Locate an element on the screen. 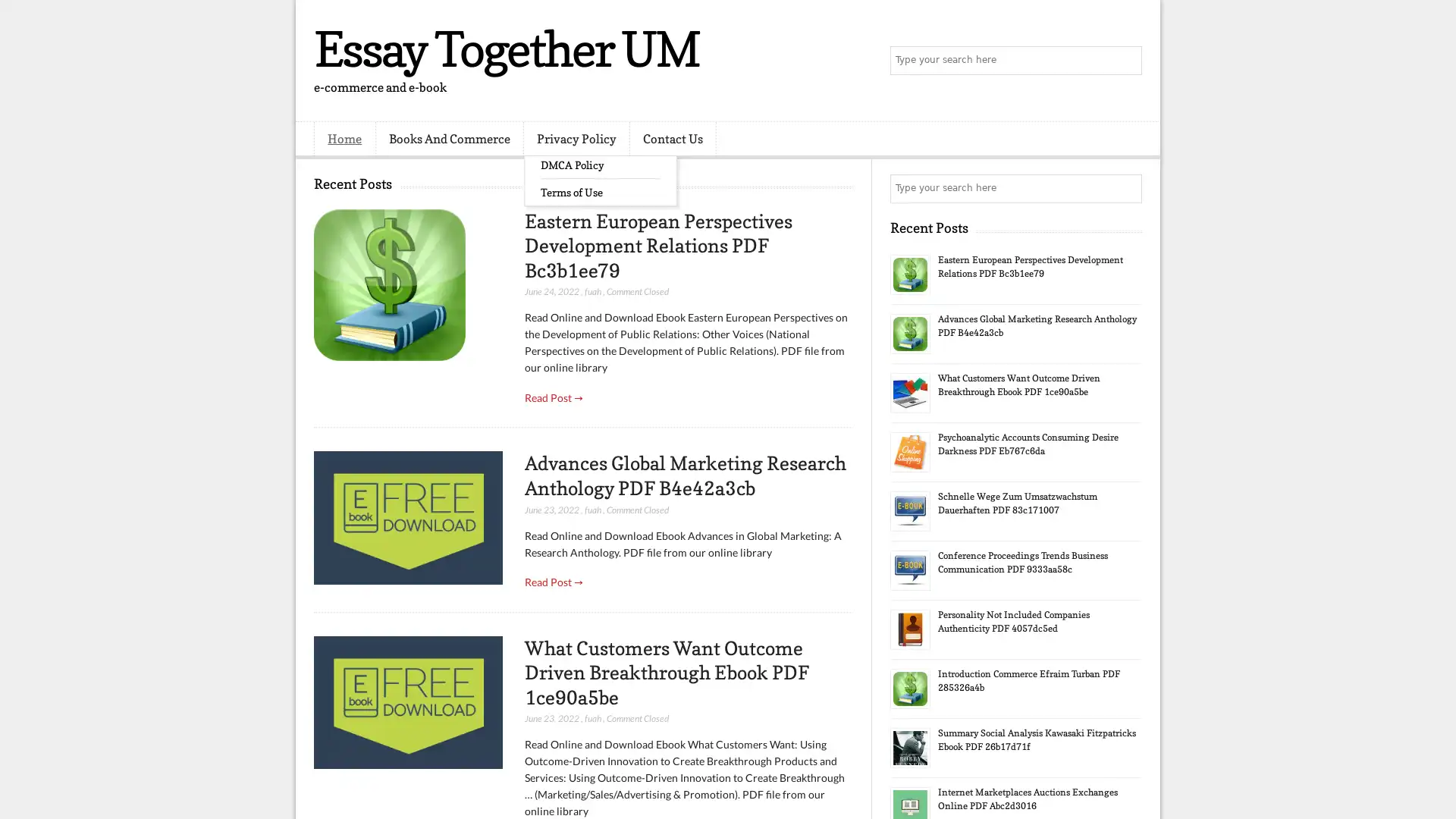 Image resolution: width=1456 pixels, height=819 pixels. Search is located at coordinates (1126, 188).